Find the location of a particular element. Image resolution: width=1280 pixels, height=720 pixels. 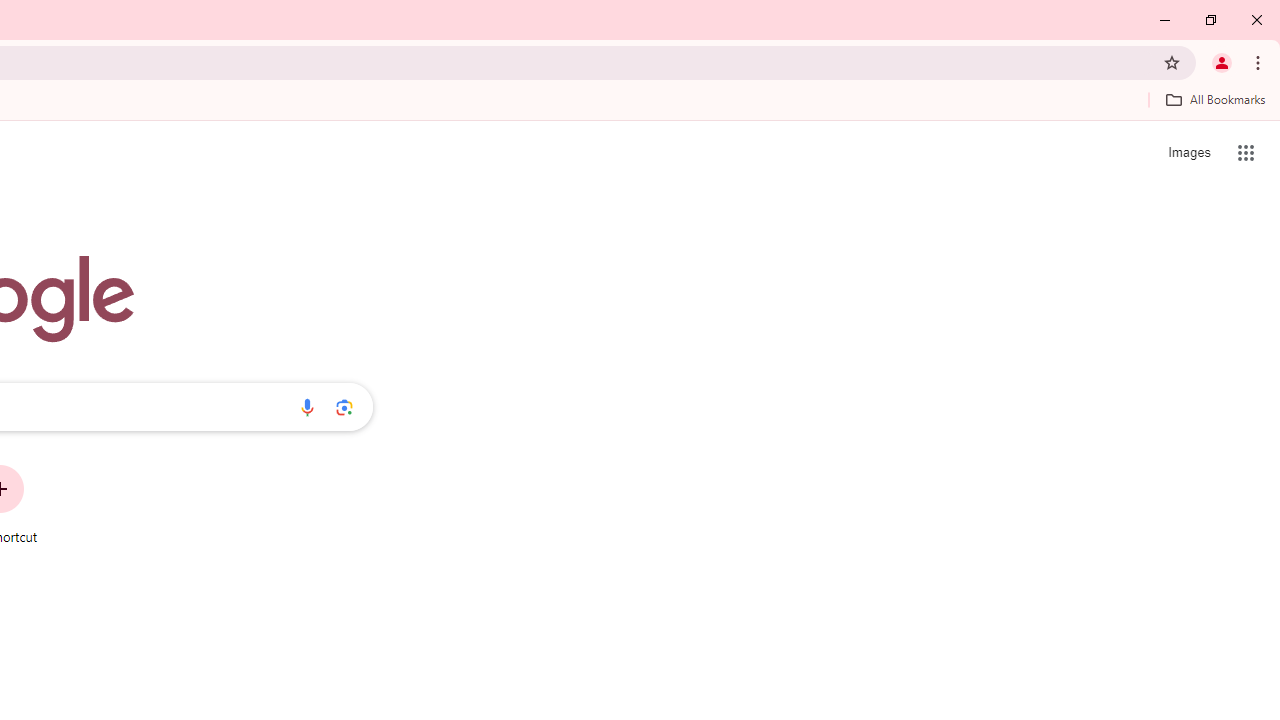

'Search by image' is located at coordinates (344, 406).